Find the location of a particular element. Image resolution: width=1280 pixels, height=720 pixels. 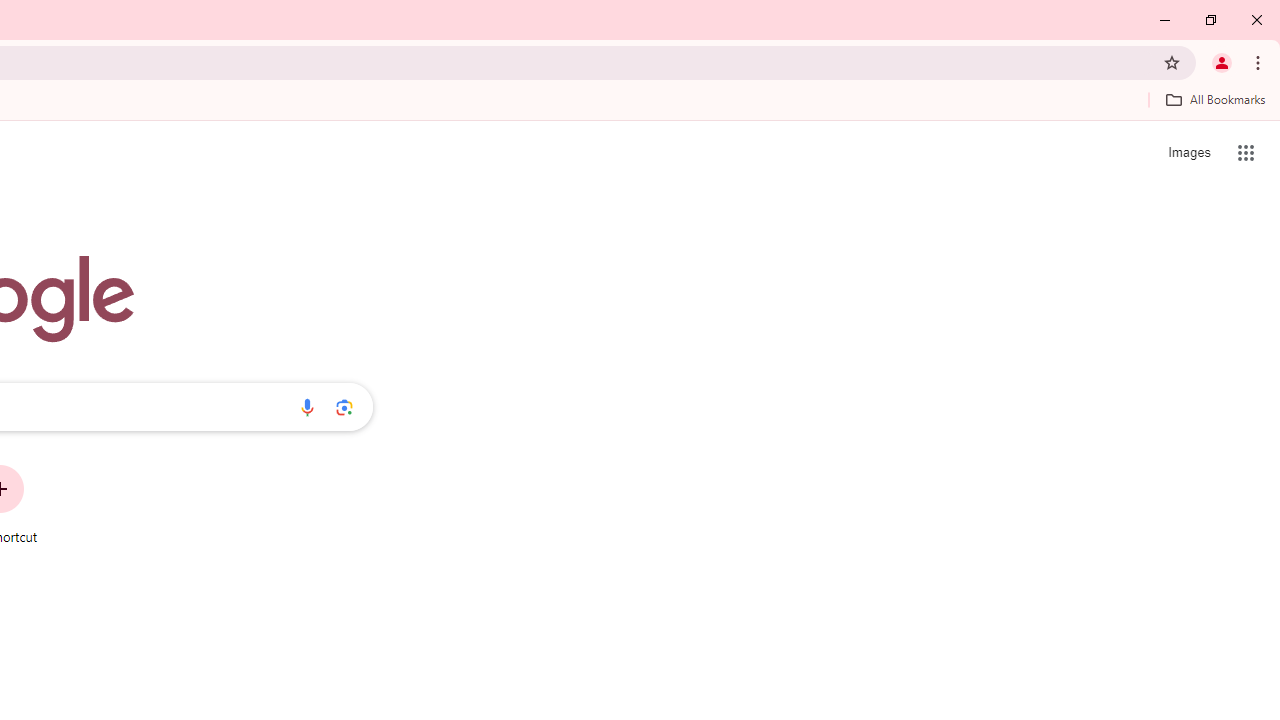

'Search by image' is located at coordinates (344, 406).